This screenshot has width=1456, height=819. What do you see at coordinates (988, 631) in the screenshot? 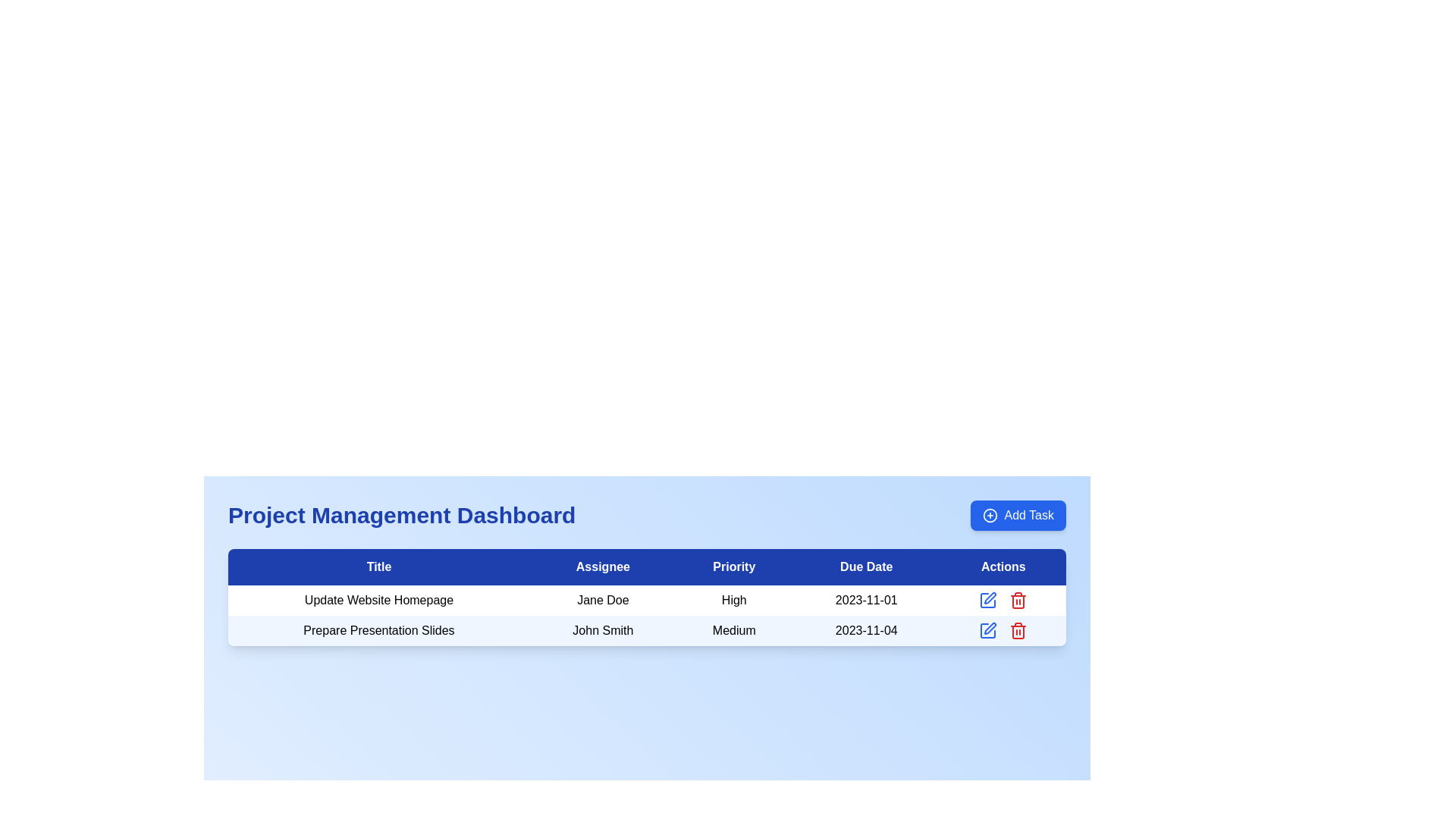
I see `the blue square pen icon in the 'Actions' column of the second row of the table` at bounding box center [988, 631].